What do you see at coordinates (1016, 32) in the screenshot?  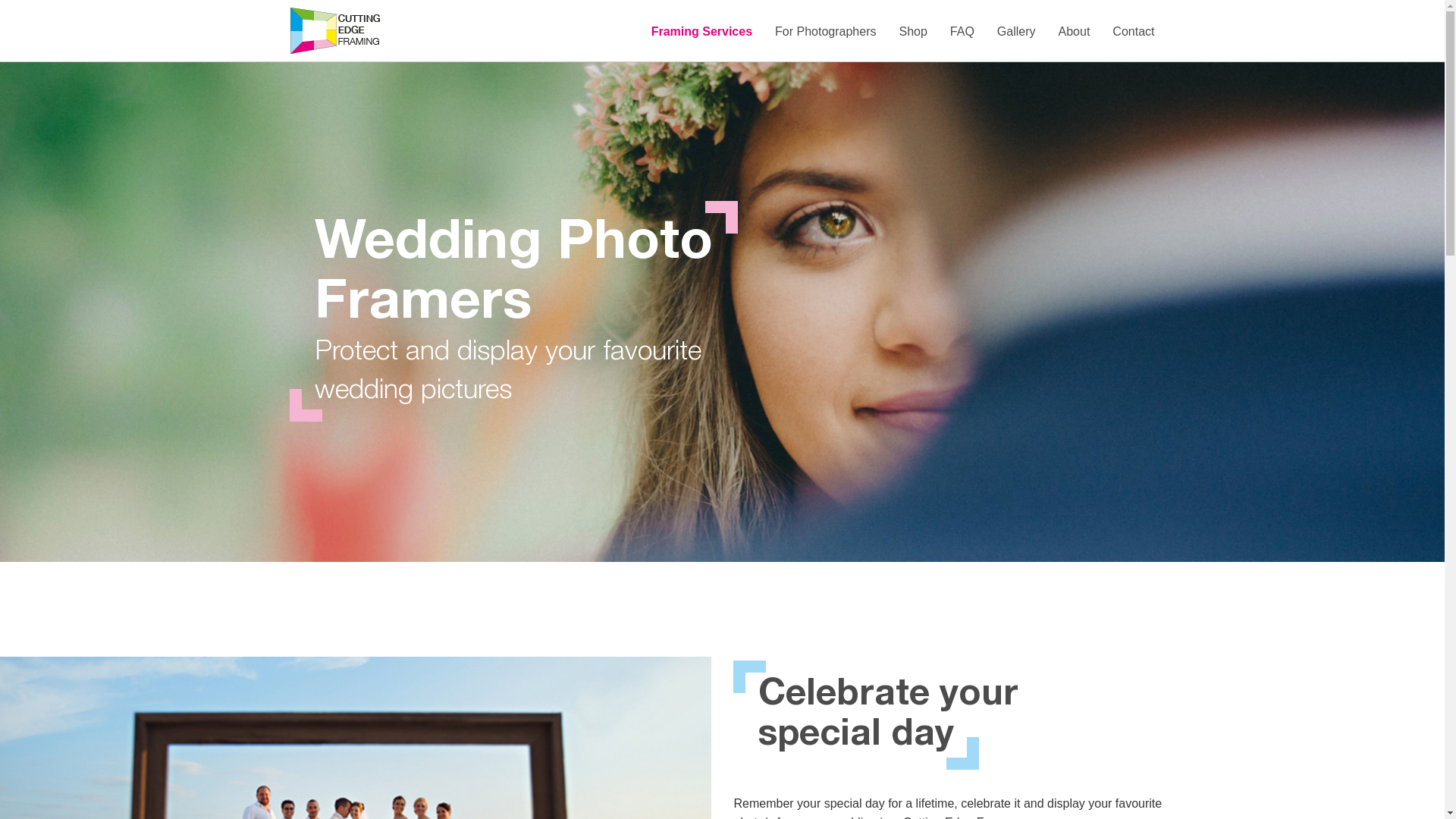 I see `'Gallery'` at bounding box center [1016, 32].